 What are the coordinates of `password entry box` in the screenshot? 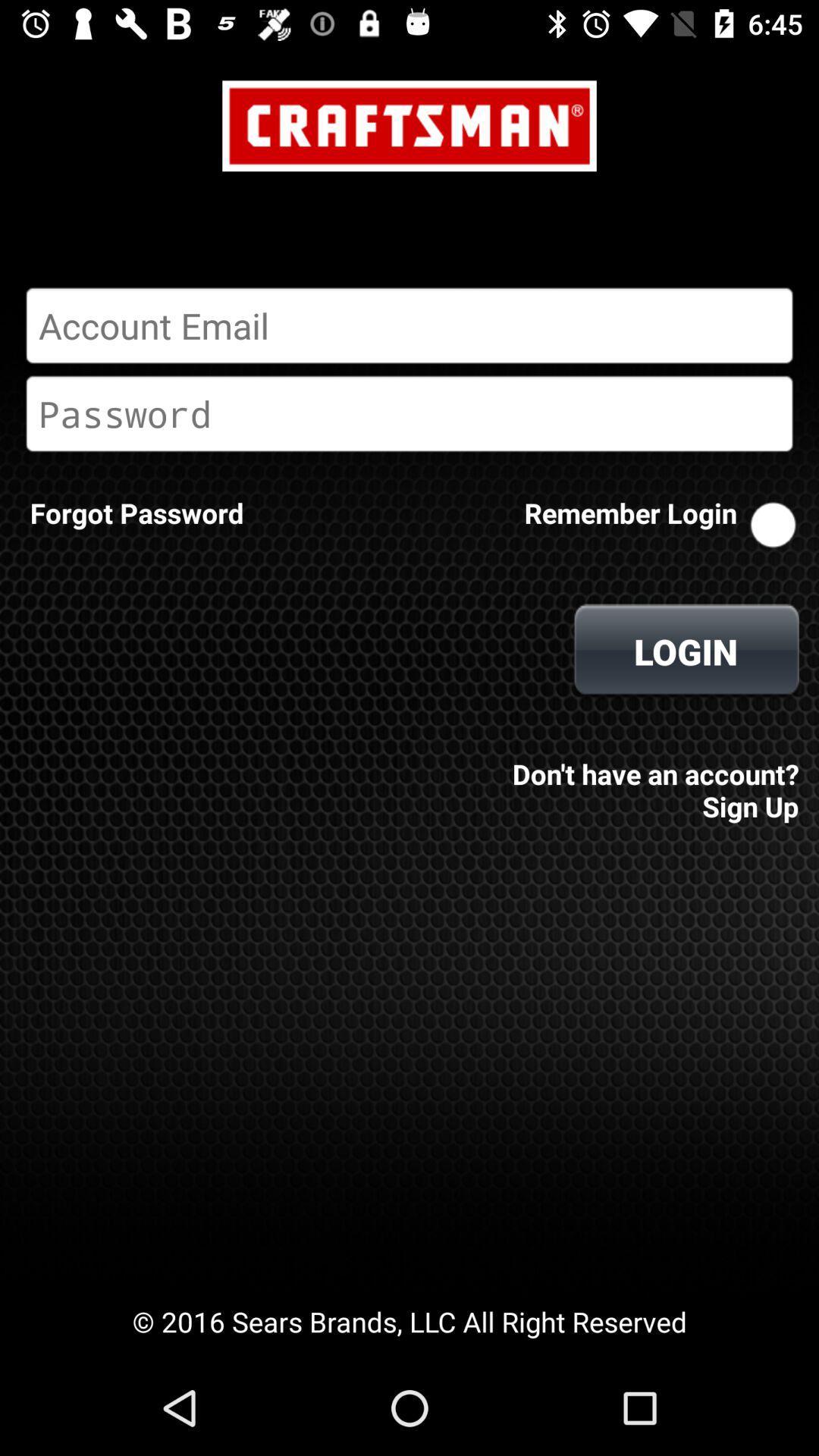 It's located at (409, 413).